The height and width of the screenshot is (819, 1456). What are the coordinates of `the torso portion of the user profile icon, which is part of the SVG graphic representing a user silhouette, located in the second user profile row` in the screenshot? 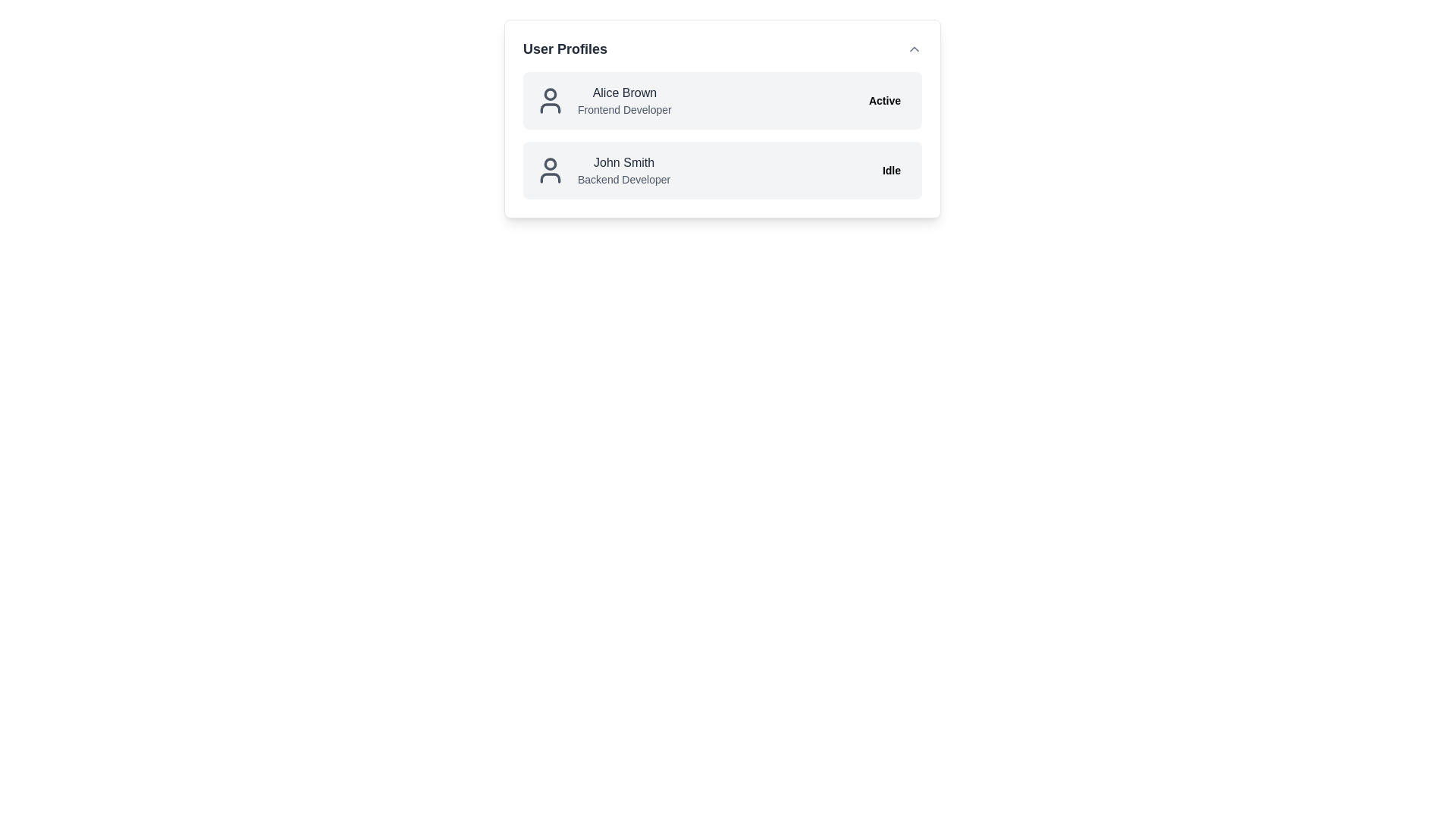 It's located at (549, 177).